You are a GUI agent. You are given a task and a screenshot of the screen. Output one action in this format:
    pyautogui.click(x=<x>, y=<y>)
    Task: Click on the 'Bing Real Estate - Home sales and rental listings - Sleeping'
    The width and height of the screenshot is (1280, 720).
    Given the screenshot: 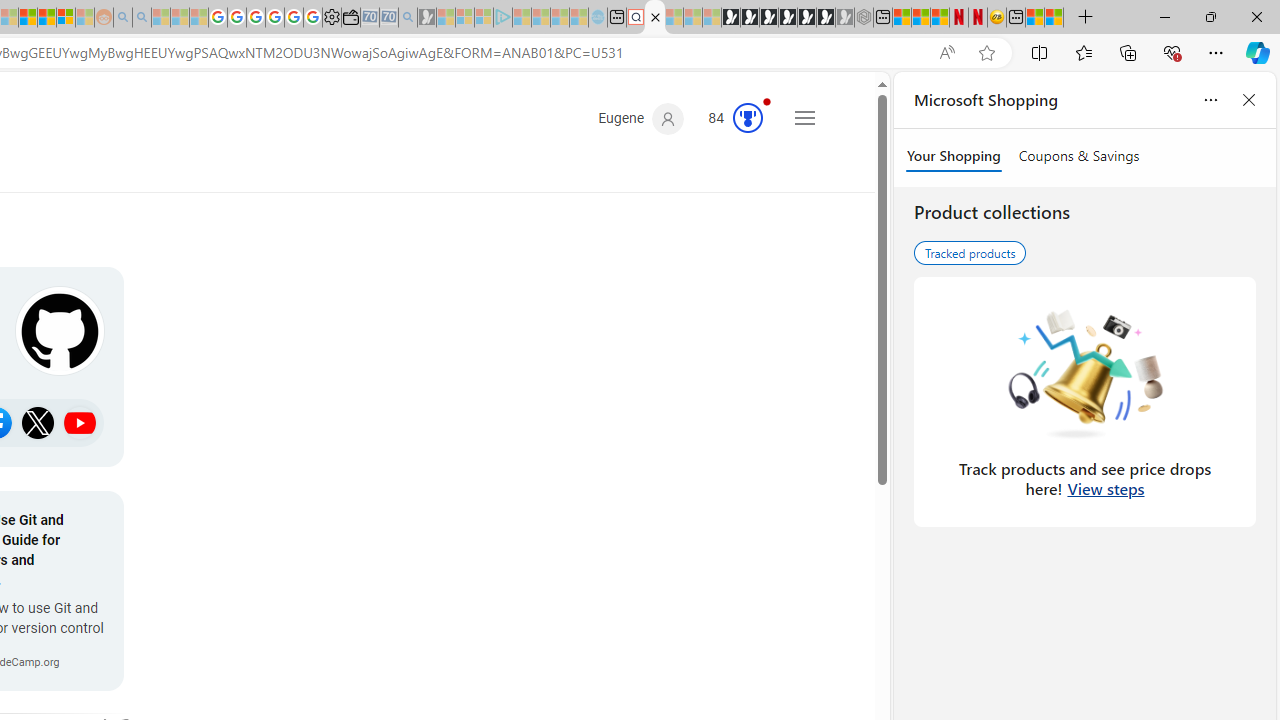 What is the action you would take?
    pyautogui.click(x=407, y=17)
    